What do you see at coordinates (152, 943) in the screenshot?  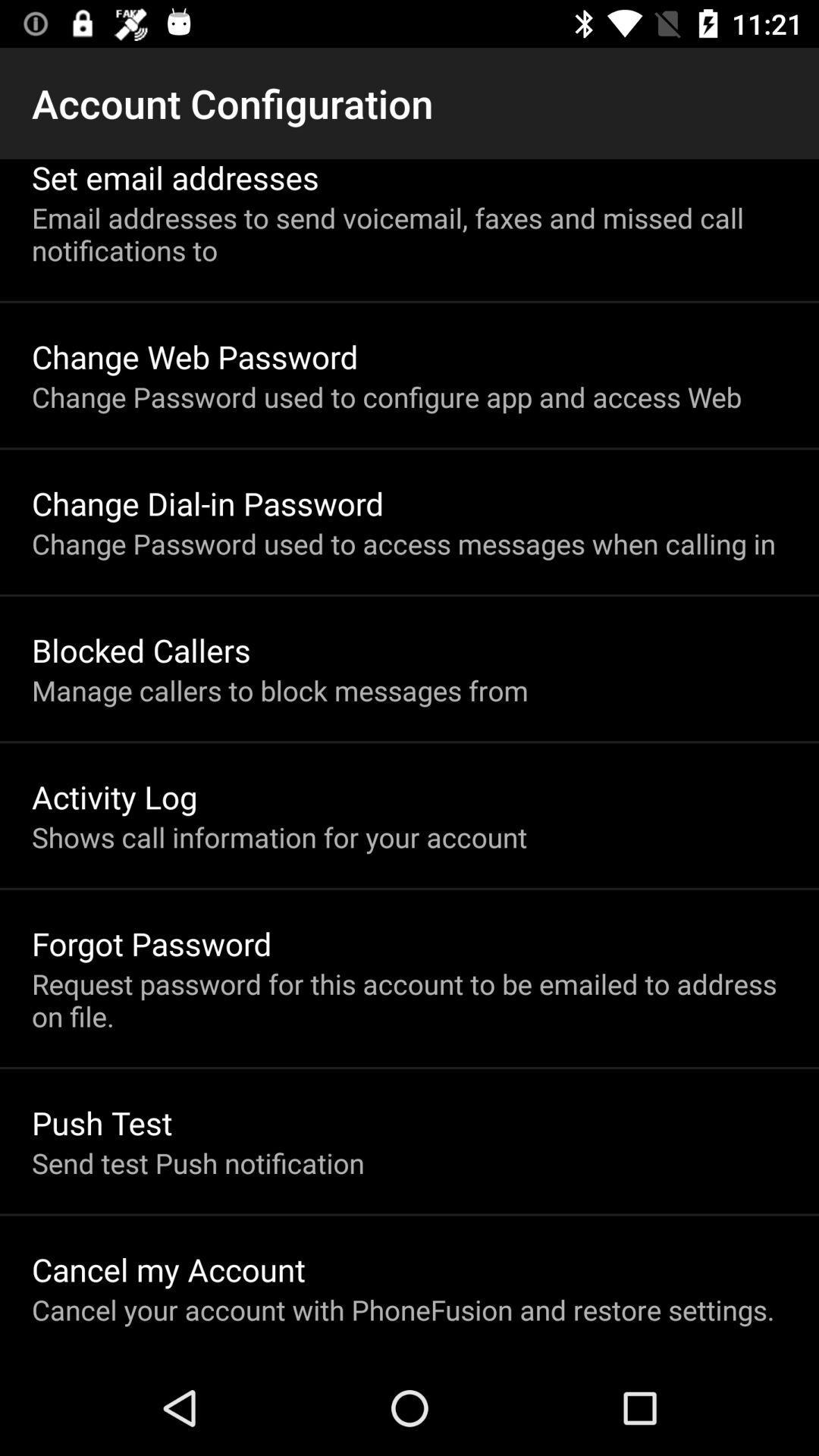 I see `forgot password icon` at bounding box center [152, 943].